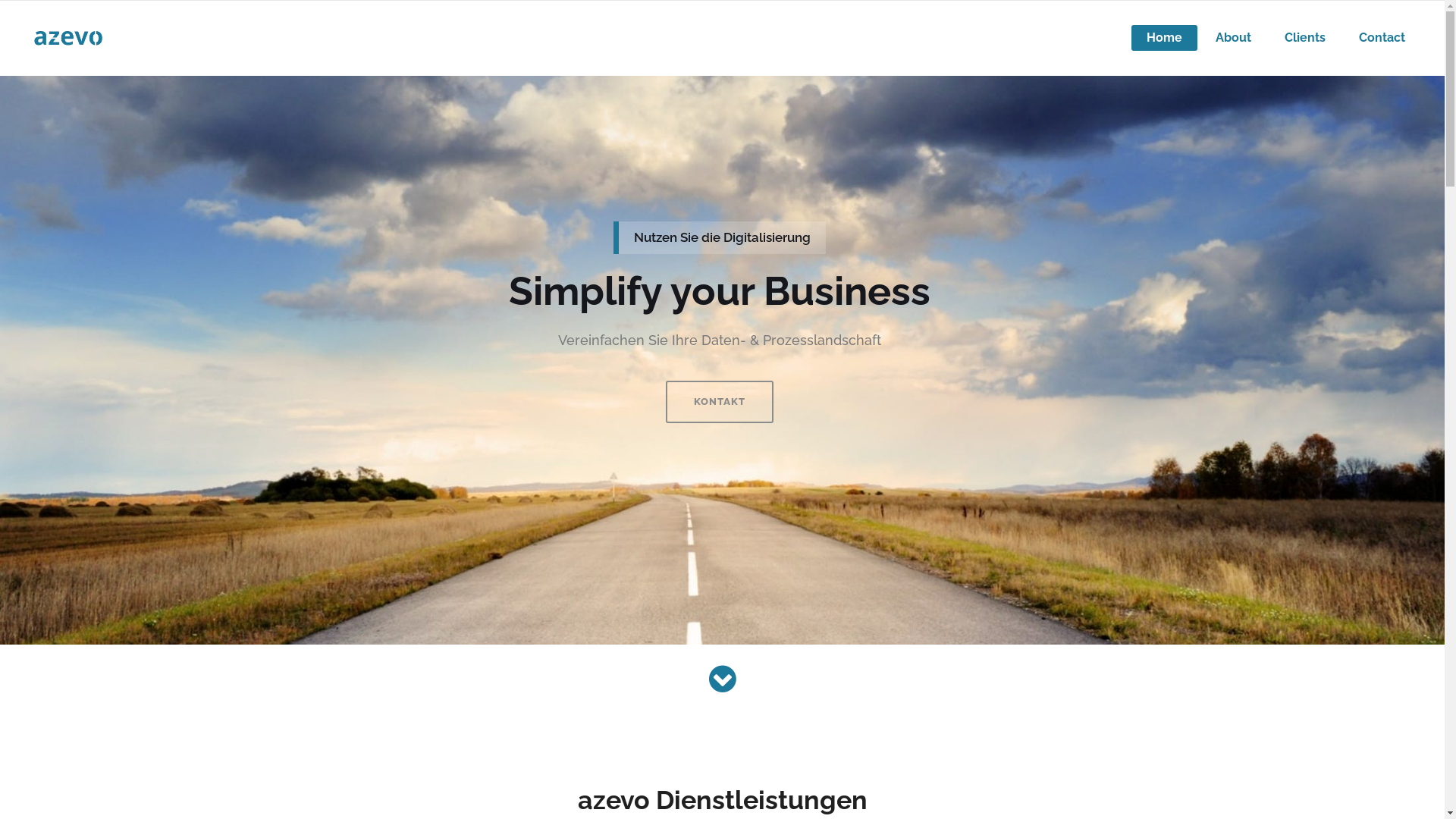 This screenshot has height=819, width=1456. What do you see at coordinates (1163, 37) in the screenshot?
I see `'Home'` at bounding box center [1163, 37].